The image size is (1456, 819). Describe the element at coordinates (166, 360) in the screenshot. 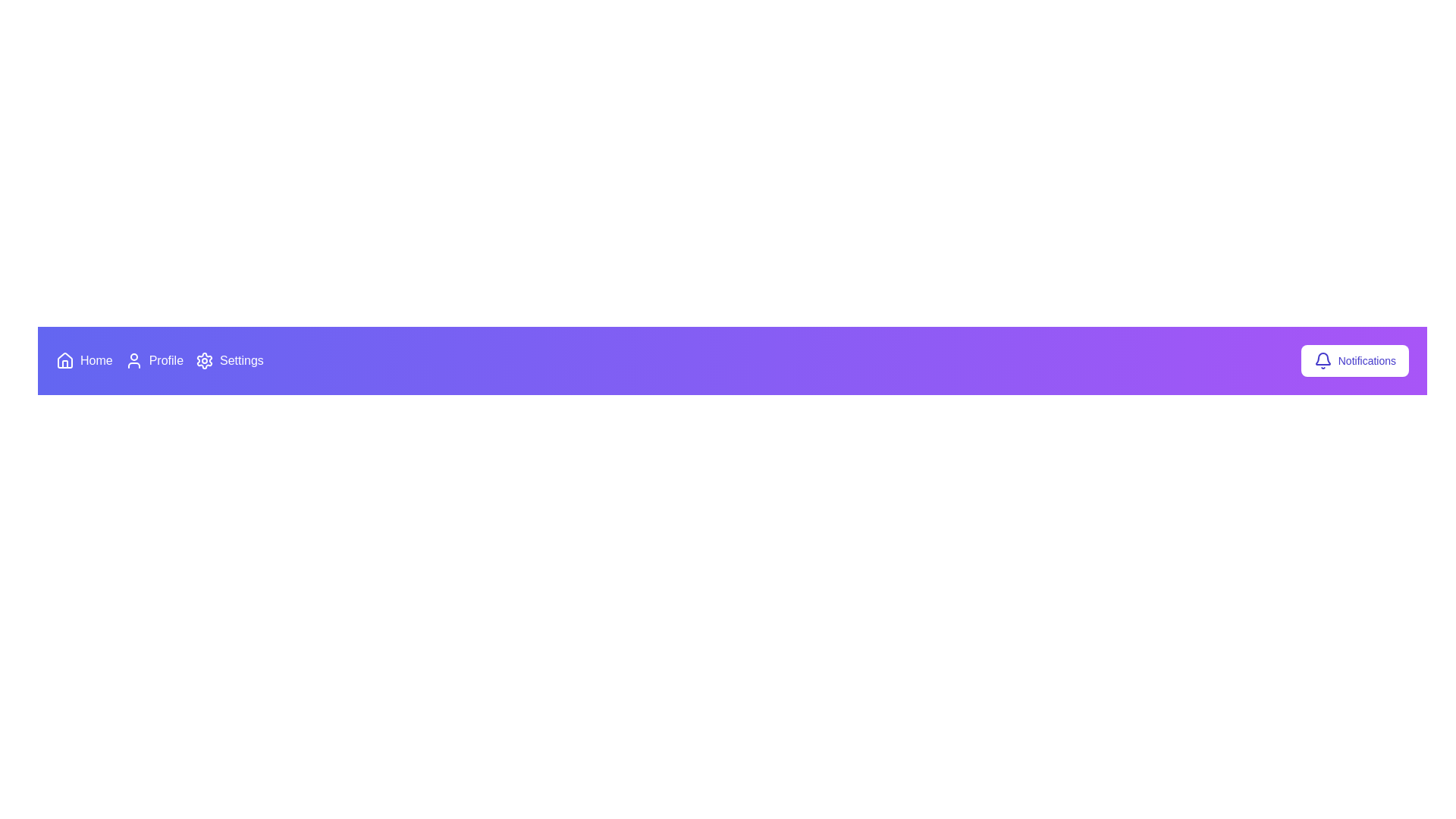

I see `text label for the 'Profile' section located in the navigation bar, positioned to the right of the user profile icon and left of the gear icon` at that location.